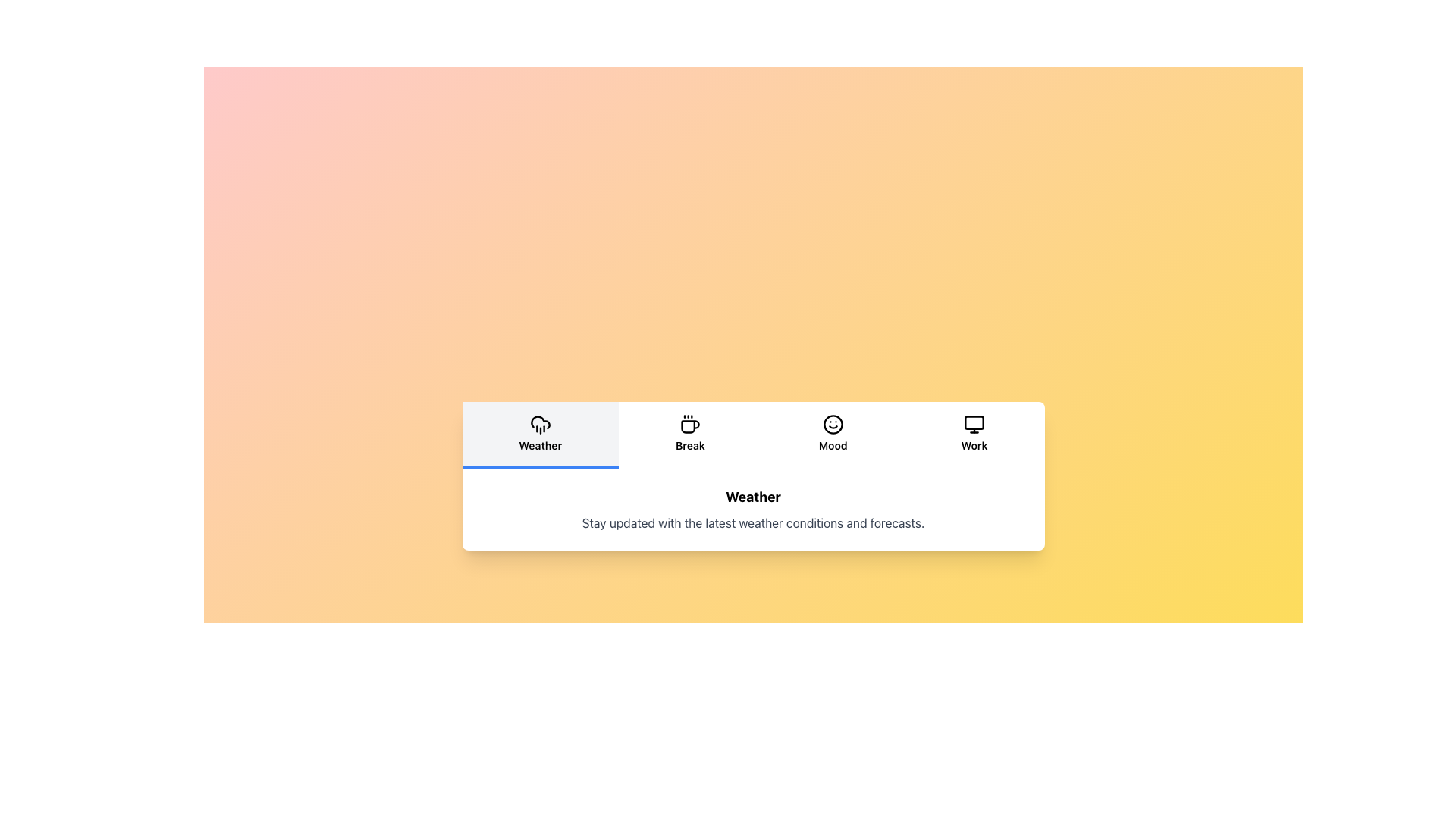  What do you see at coordinates (540, 444) in the screenshot?
I see `the 'Weather' text label in the top menu bar, which is styled in bold and has a blue underline indicating it is selected, for navigation` at bounding box center [540, 444].